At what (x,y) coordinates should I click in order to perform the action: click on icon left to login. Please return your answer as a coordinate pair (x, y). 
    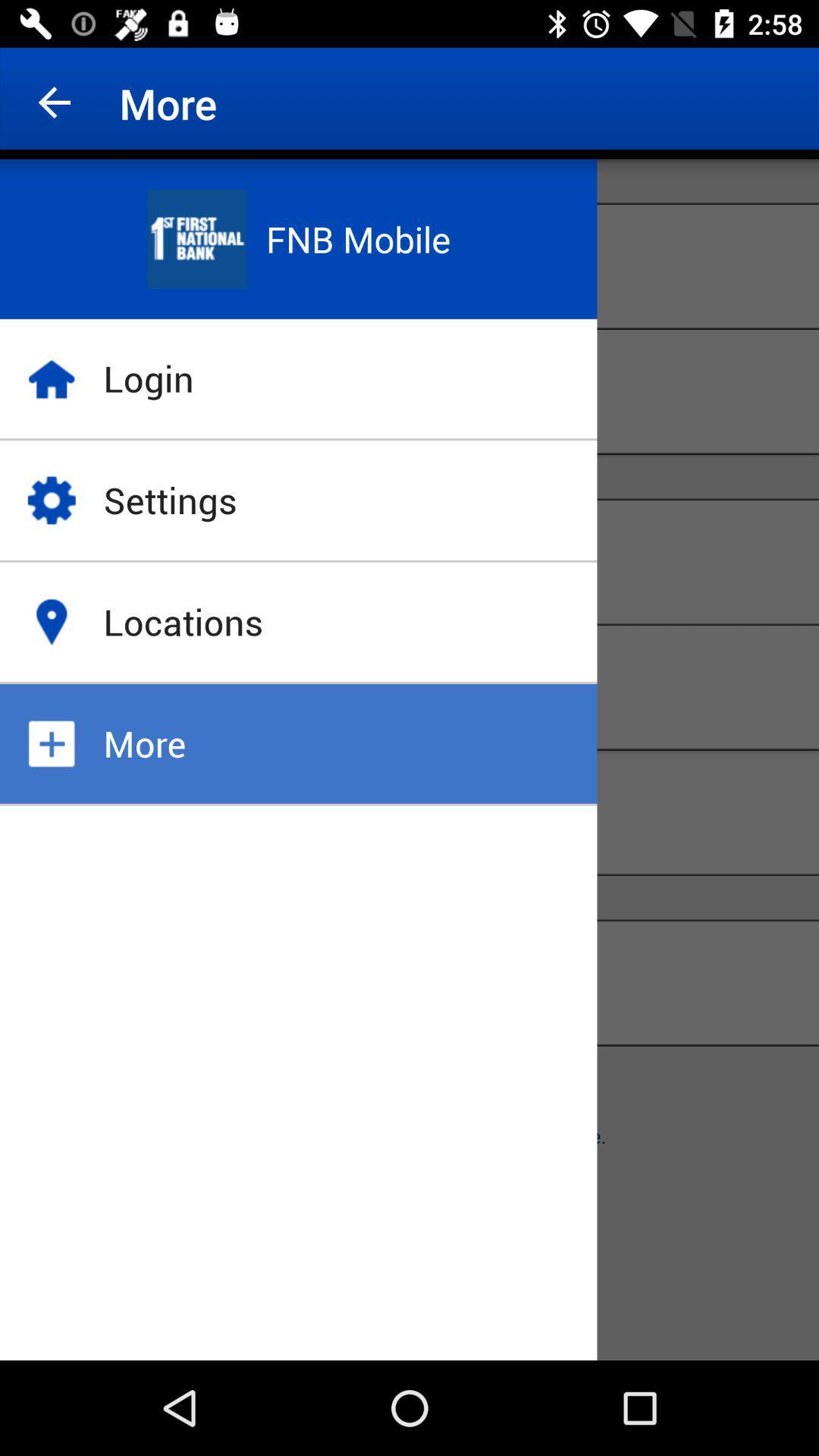
    Looking at the image, I should click on (51, 378).